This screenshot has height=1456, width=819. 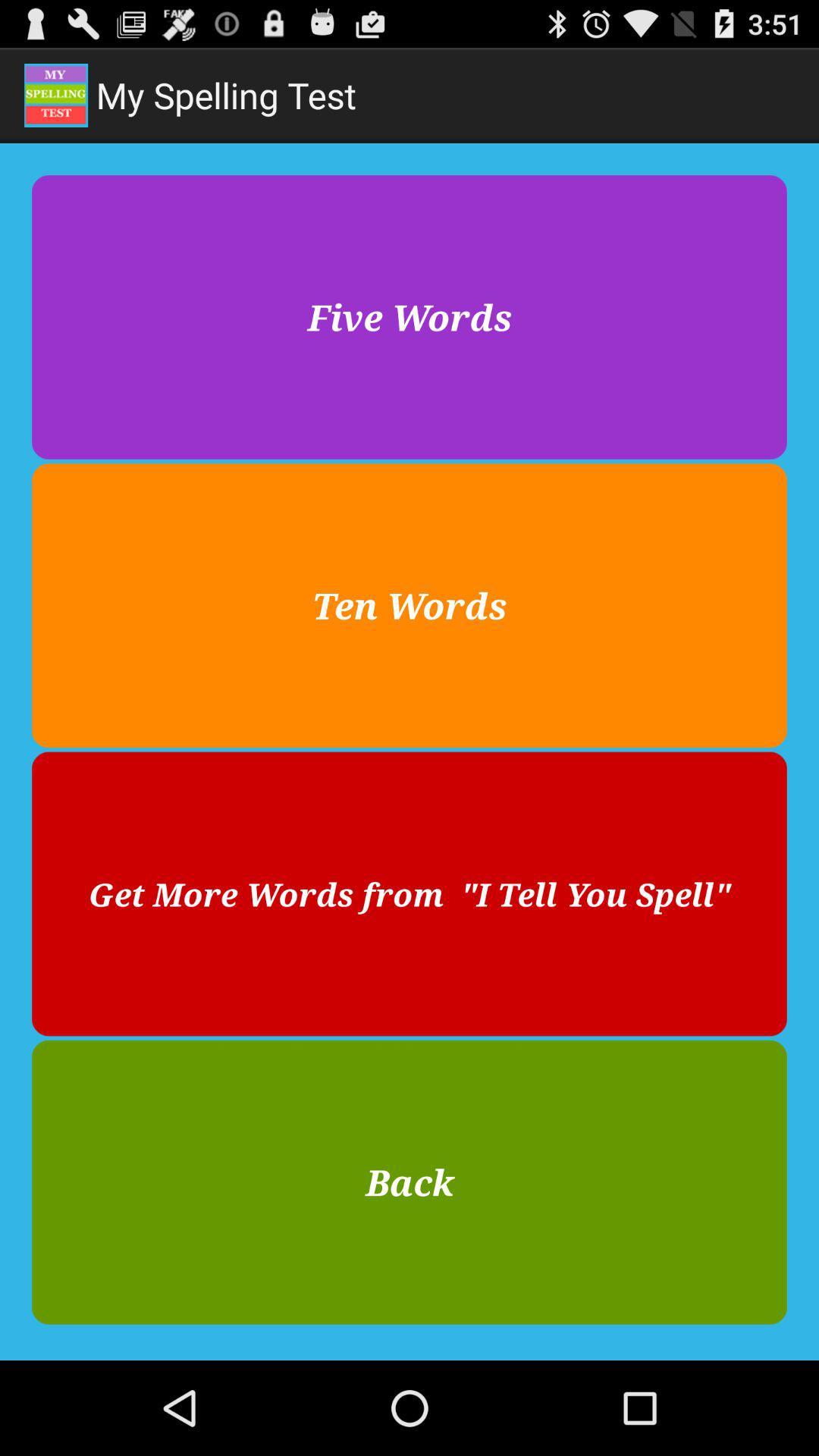 What do you see at coordinates (409, 604) in the screenshot?
I see `button above get more words` at bounding box center [409, 604].